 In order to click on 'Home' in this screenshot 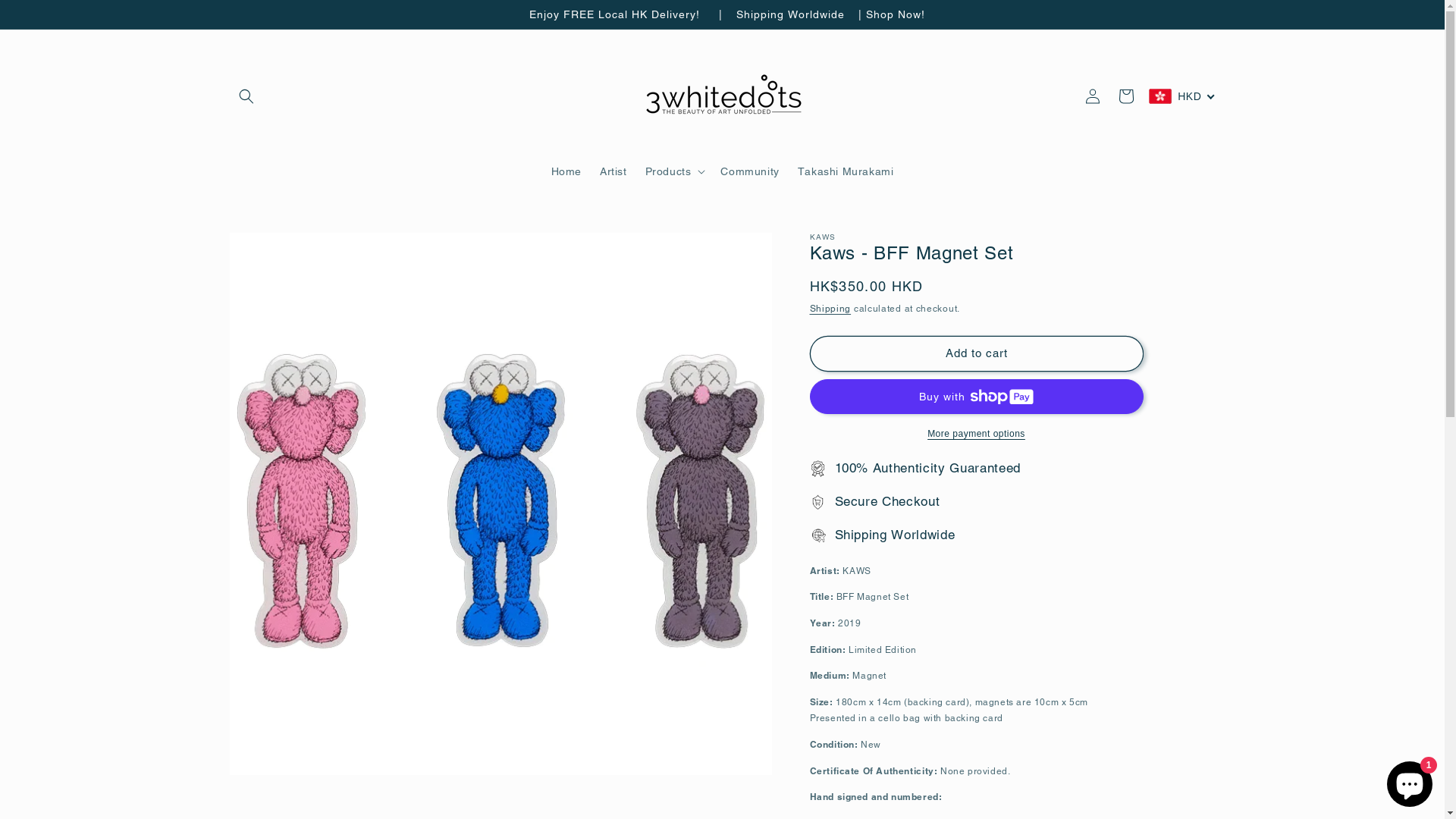, I will do `click(566, 171)`.